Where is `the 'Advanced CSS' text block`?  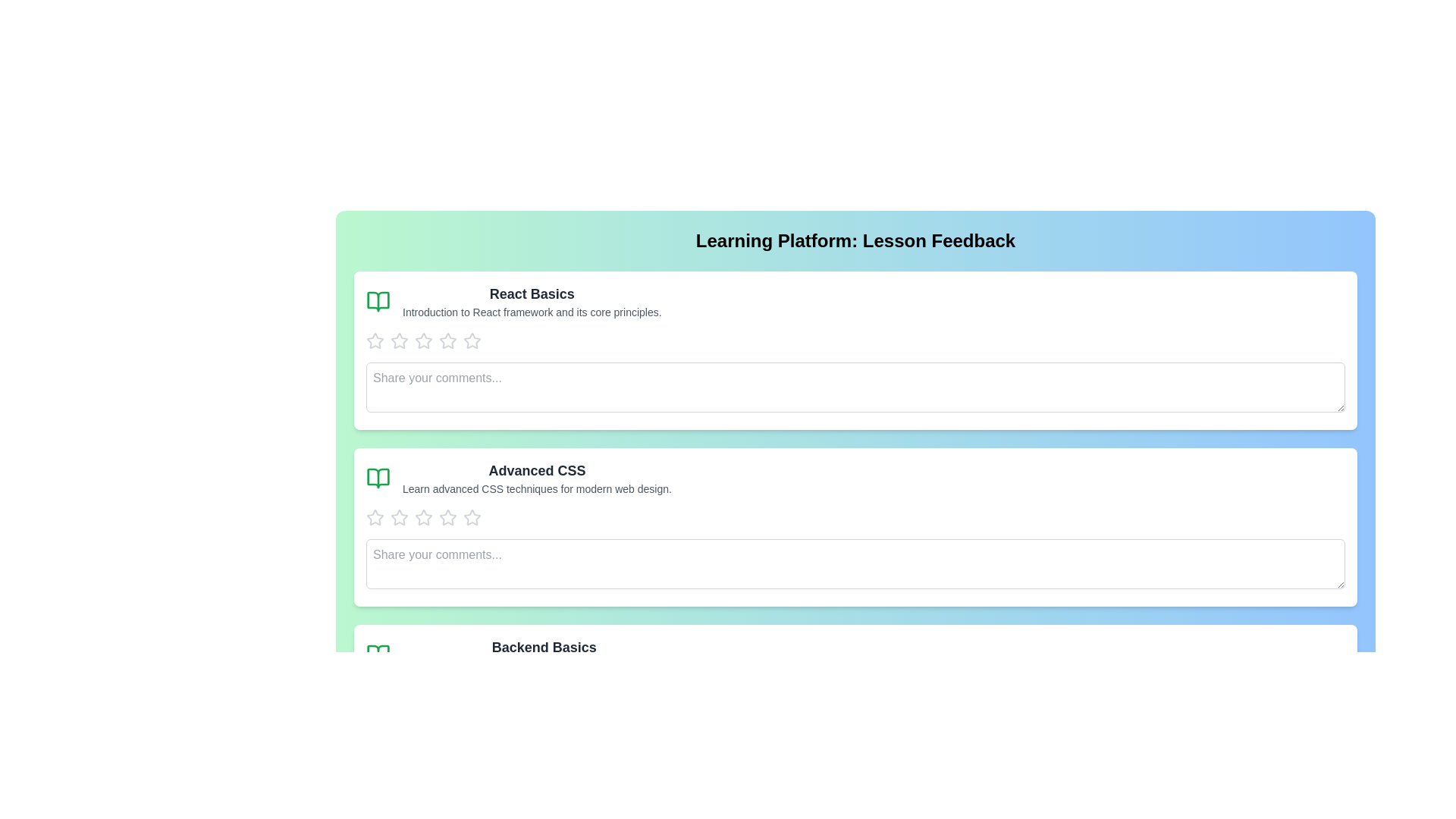
the 'Advanced CSS' text block is located at coordinates (537, 479).